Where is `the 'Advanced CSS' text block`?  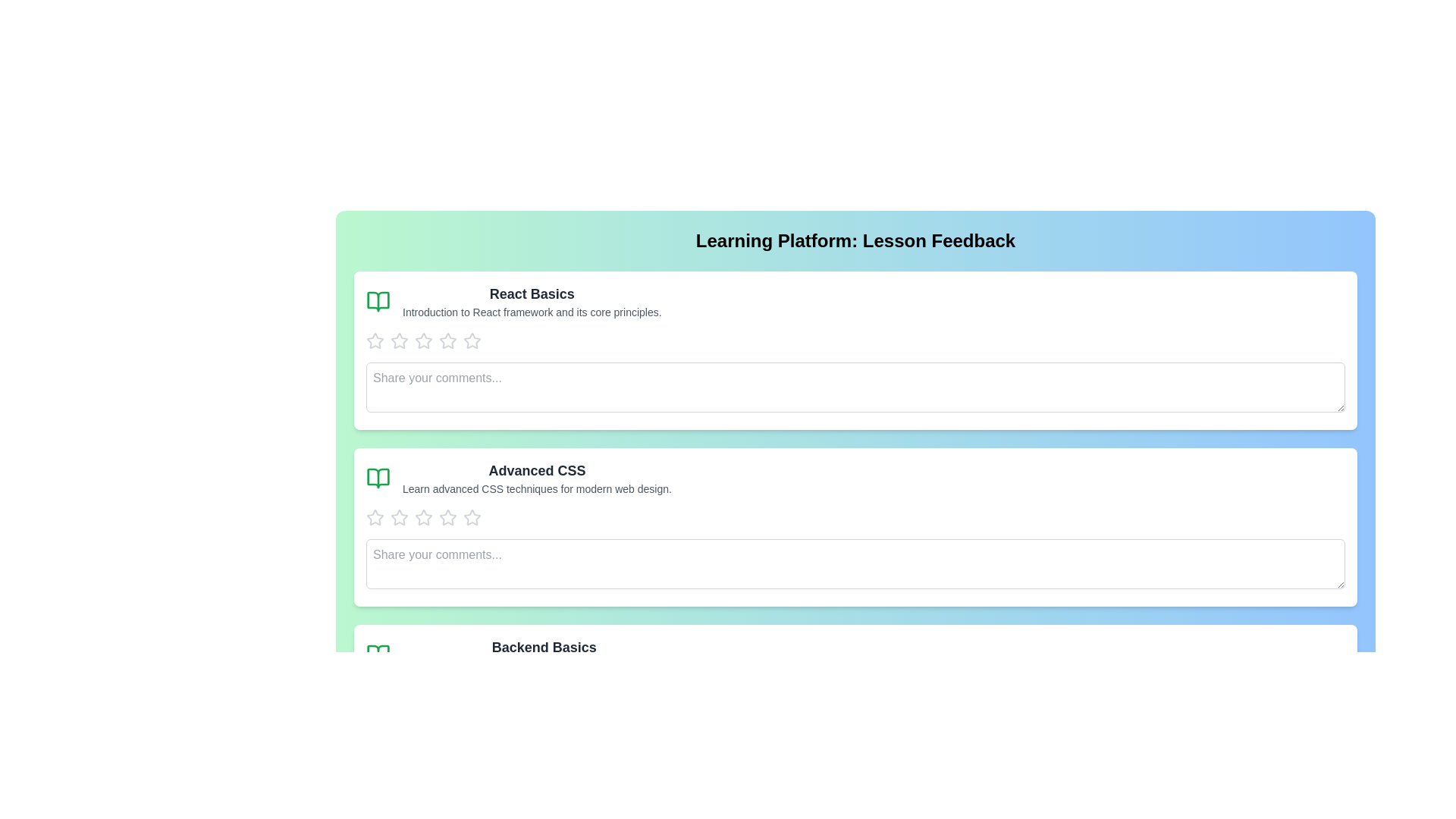
the 'Advanced CSS' text block is located at coordinates (537, 479).